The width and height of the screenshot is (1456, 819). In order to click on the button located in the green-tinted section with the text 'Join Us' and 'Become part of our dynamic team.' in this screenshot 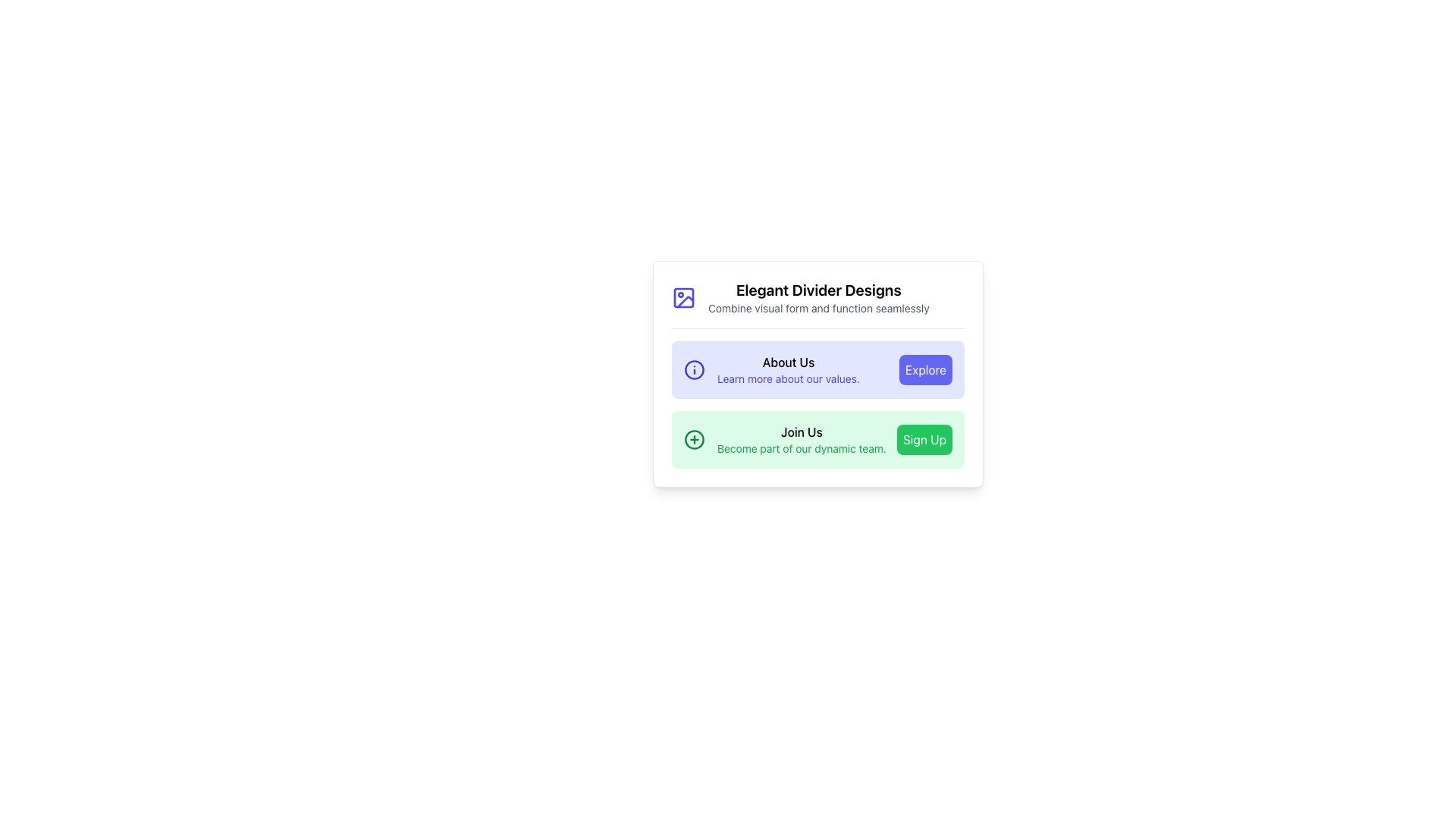, I will do `click(924, 439)`.